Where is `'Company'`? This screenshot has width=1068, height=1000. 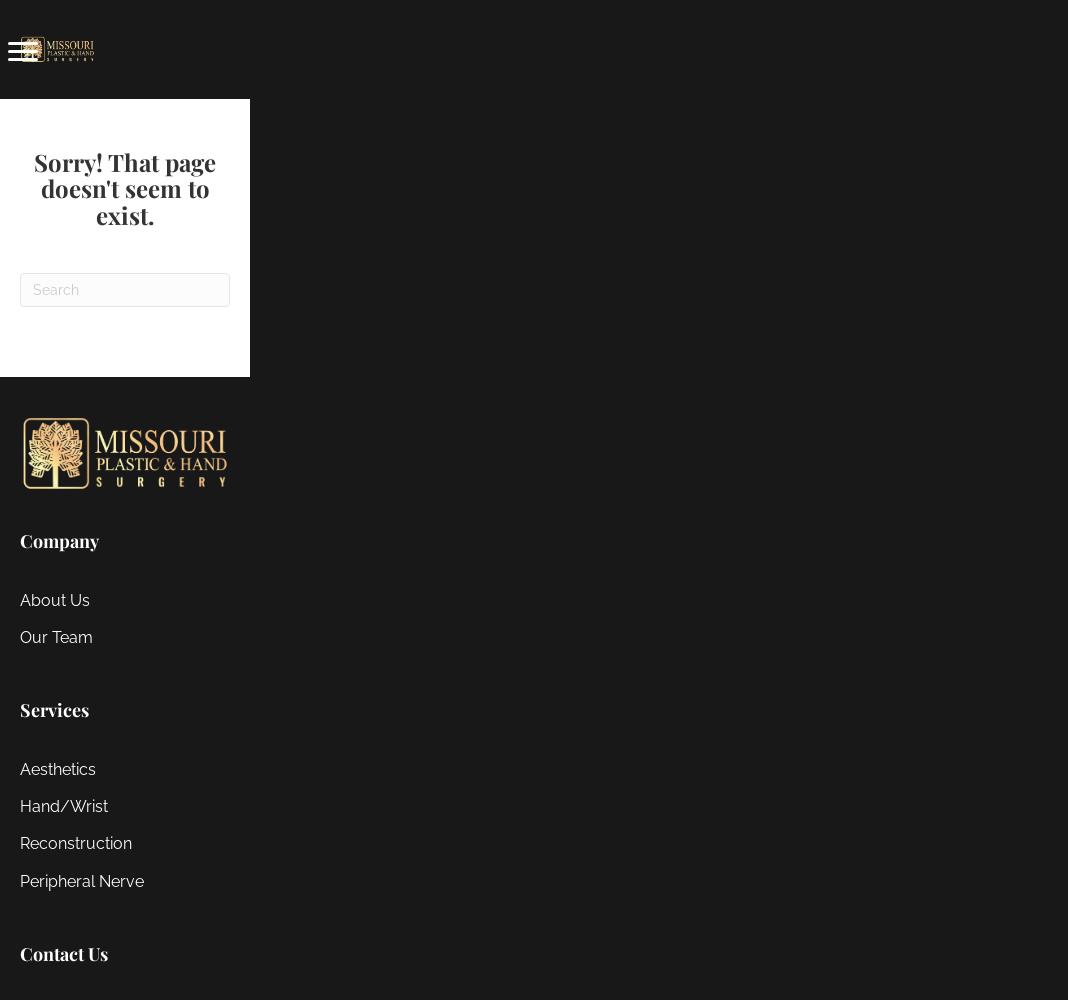
'Company' is located at coordinates (18, 540).